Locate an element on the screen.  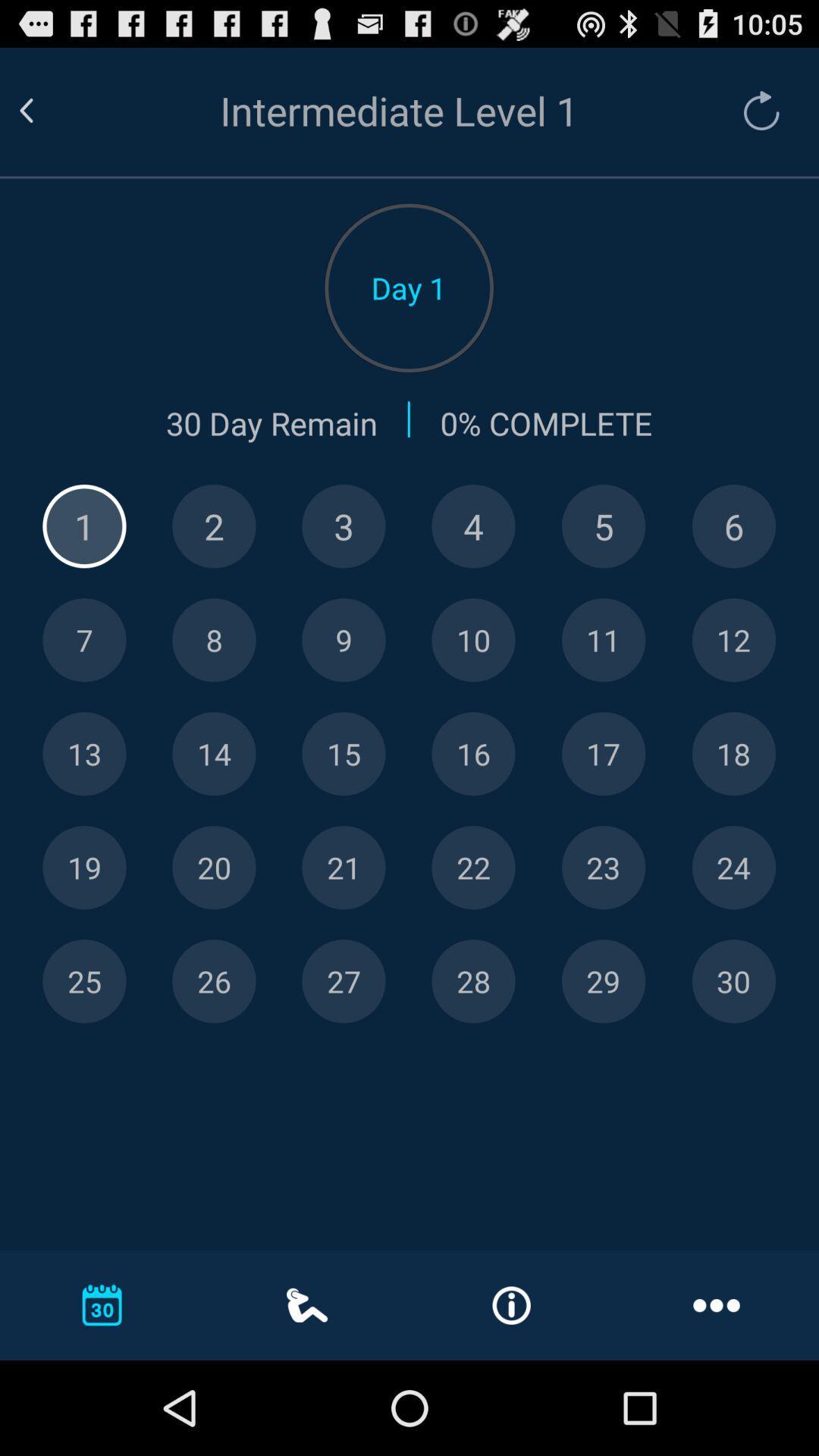
15 is located at coordinates (344, 754).